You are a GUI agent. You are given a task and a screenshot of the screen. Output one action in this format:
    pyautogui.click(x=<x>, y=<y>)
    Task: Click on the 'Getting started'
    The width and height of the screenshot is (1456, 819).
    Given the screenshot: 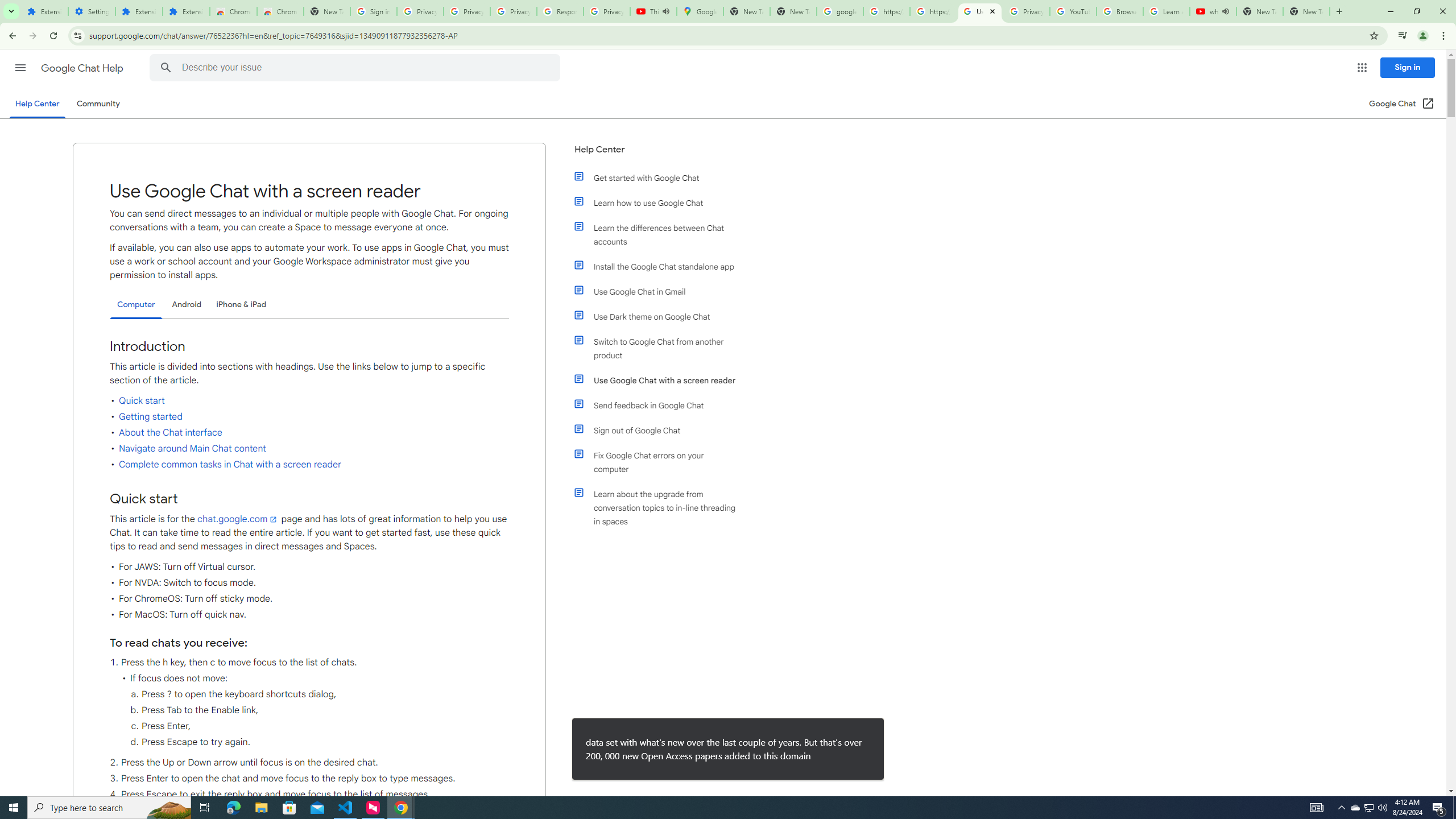 What is the action you would take?
    pyautogui.click(x=150, y=416)
    